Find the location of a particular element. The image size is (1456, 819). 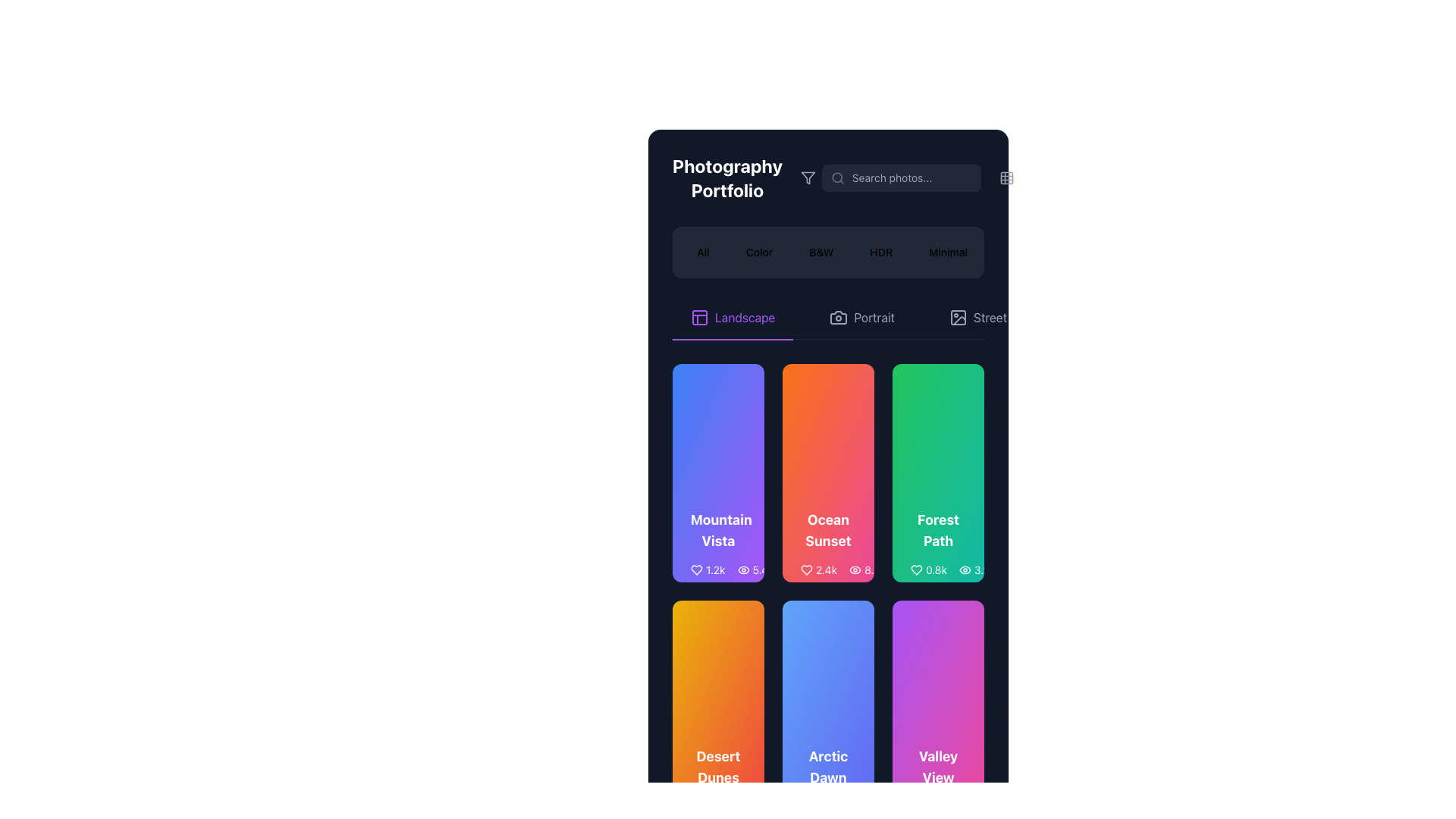

the text label displaying the value '5.4k', which is positioned next to an eye icon within the 'Ocean Sunset' card is located at coordinates (763, 570).